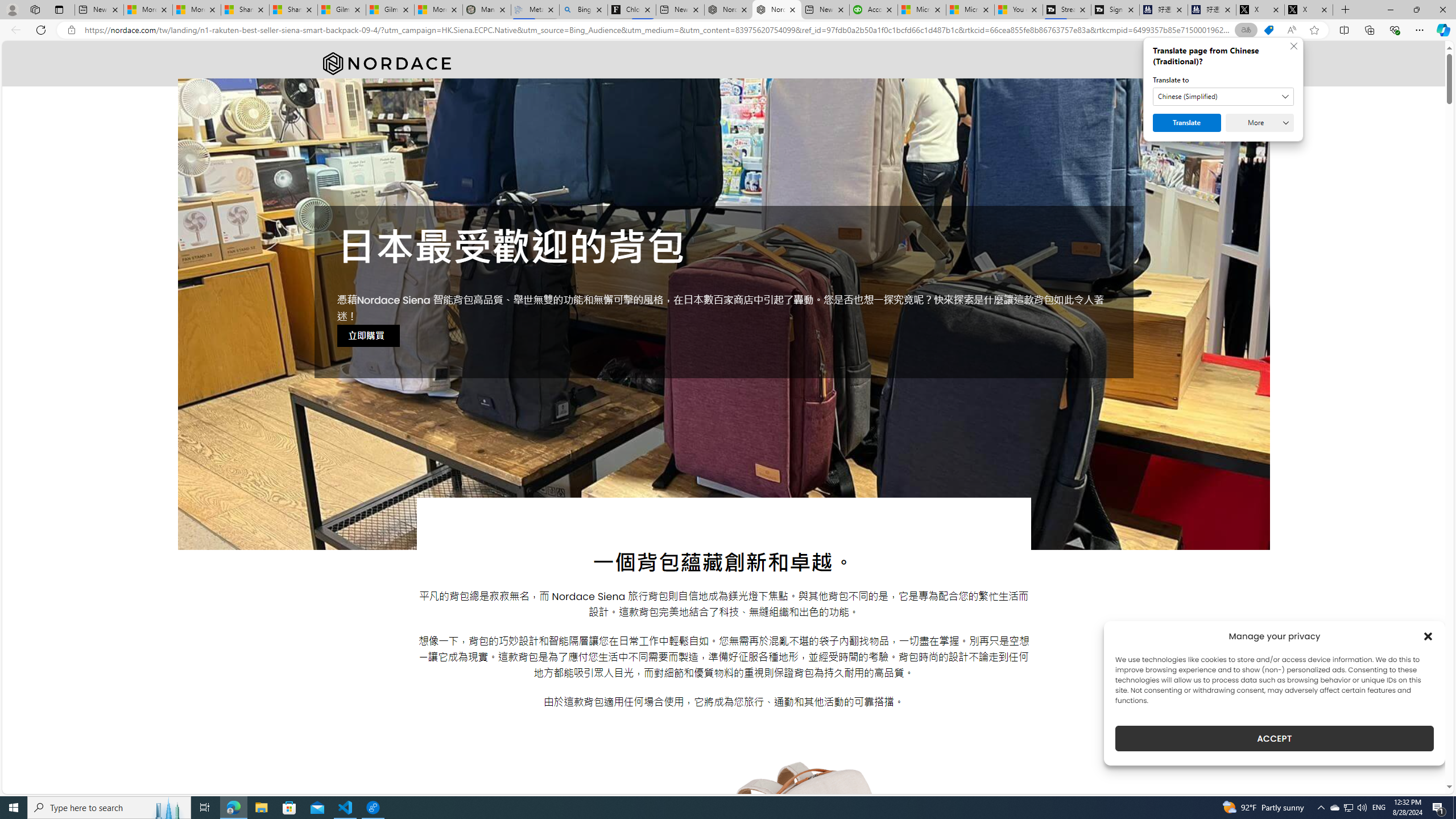 This screenshot has width=1456, height=819. I want to click on 'Streaming Coverage | T3', so click(1066, 9).